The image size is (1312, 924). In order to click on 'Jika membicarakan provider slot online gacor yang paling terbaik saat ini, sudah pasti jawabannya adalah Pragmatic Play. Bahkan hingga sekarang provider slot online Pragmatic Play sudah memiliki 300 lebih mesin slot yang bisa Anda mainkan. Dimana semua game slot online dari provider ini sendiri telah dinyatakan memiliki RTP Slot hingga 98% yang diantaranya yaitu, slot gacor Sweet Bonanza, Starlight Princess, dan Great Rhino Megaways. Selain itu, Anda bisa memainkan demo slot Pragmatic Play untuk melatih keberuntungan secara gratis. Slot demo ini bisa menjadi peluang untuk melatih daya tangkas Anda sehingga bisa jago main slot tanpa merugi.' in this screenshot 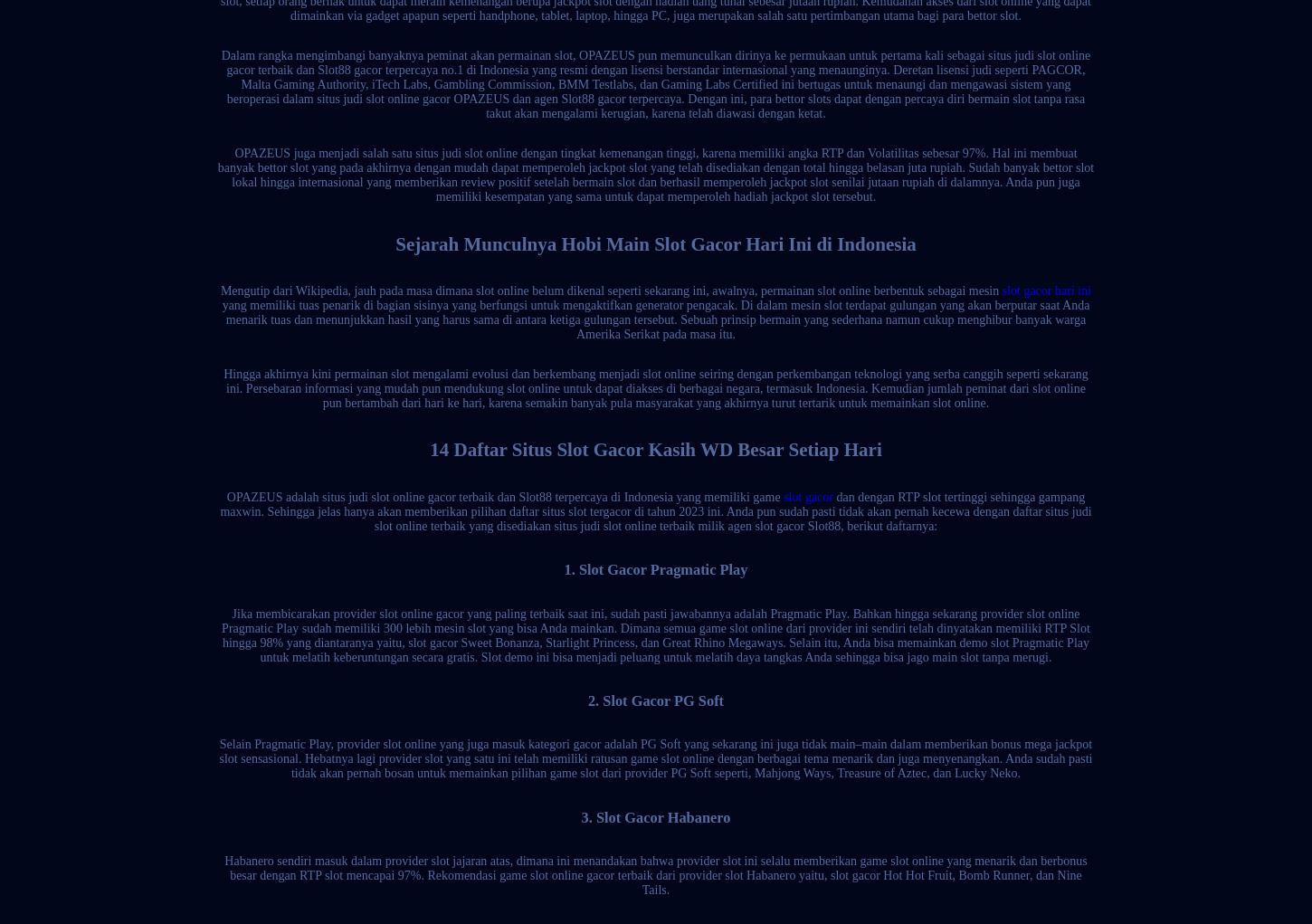, I will do `click(654, 634)`.